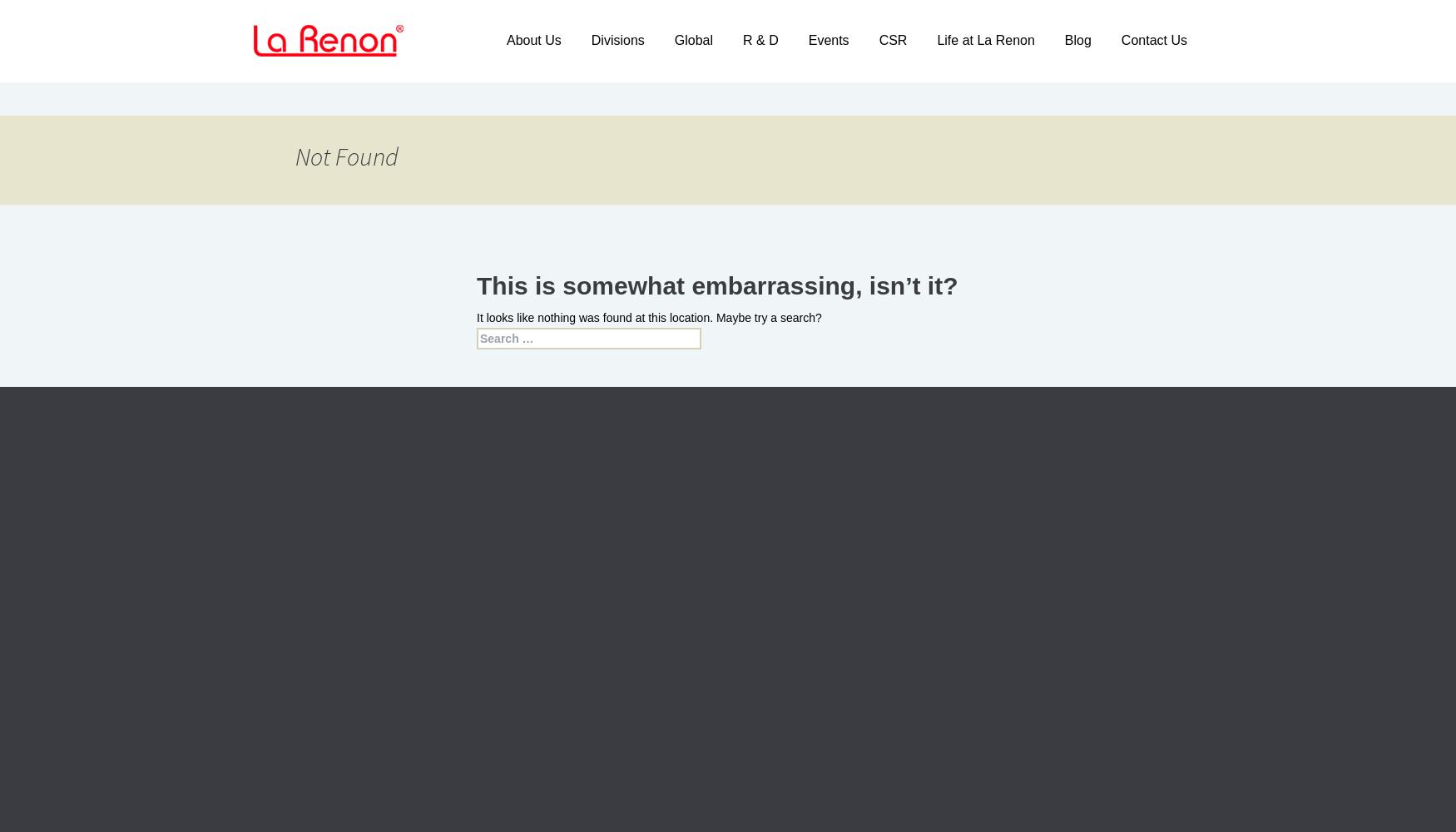 The width and height of the screenshot is (1456, 832). I want to click on 'view/61349165', so click(496, 580).